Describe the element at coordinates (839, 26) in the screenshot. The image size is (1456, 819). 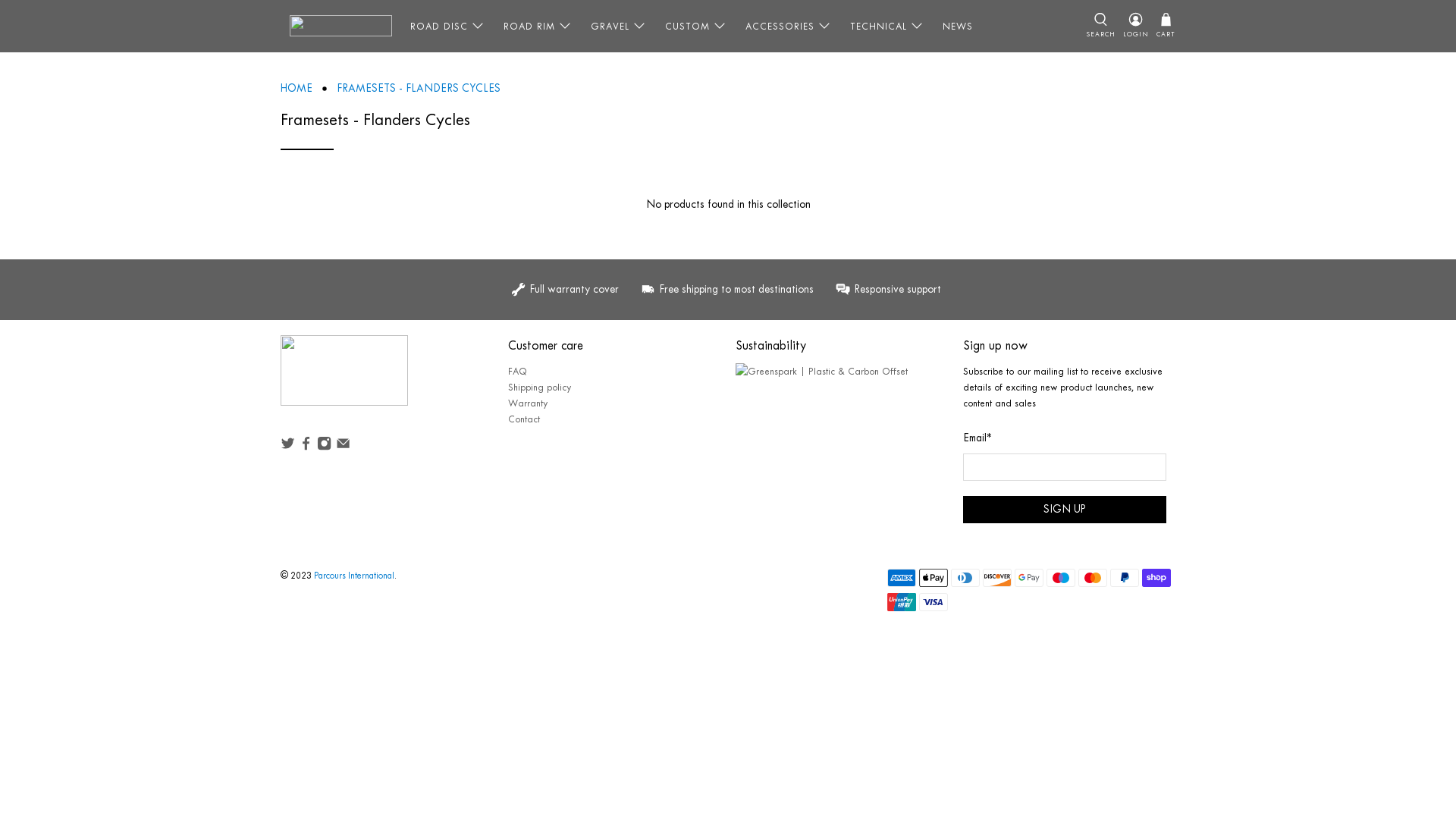
I see `'TECHNICAL'` at that location.